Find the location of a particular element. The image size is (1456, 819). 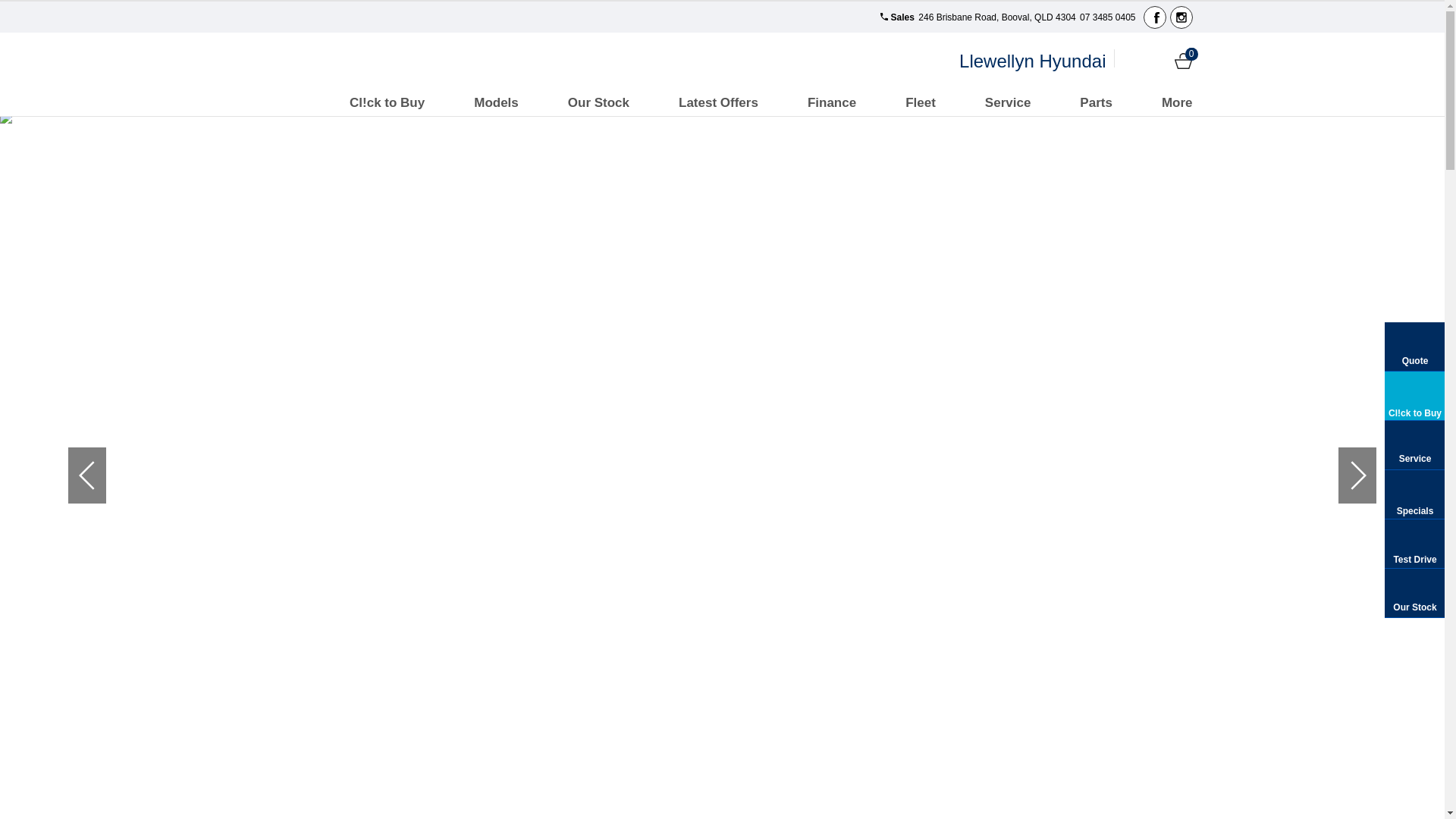

'Latest Offers' is located at coordinates (717, 102).